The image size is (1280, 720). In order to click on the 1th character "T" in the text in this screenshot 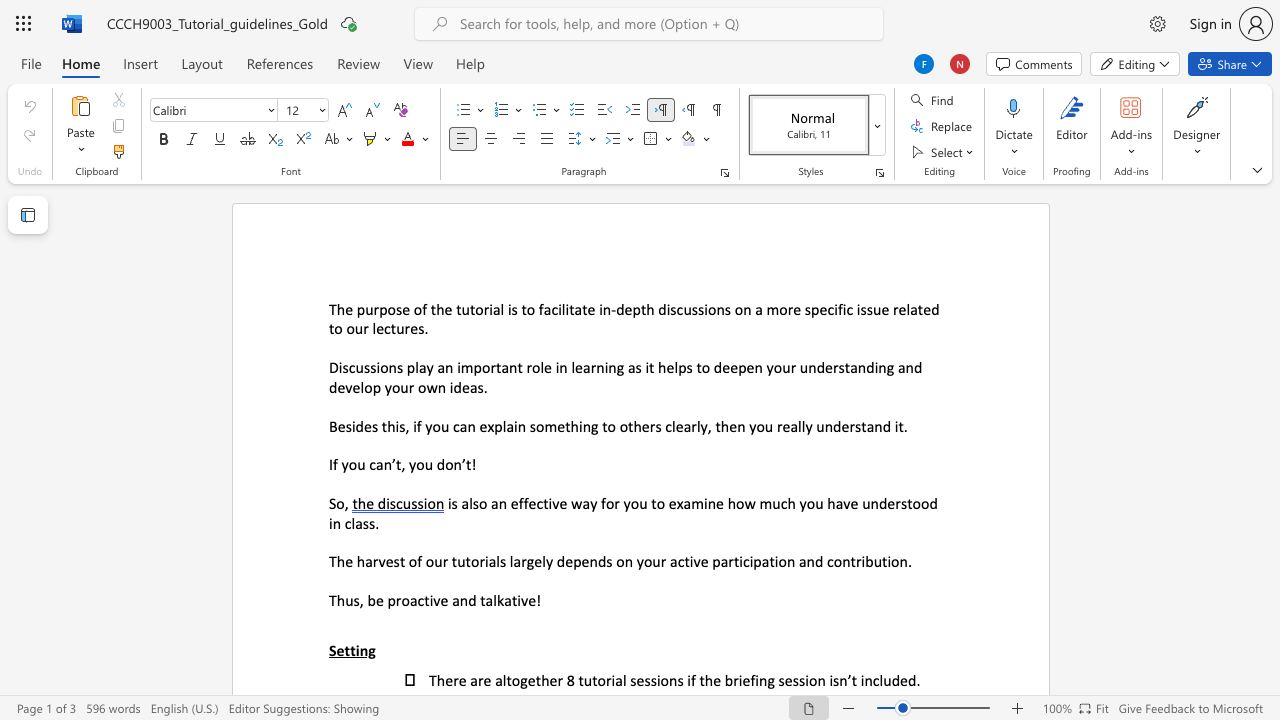, I will do `click(431, 679)`.